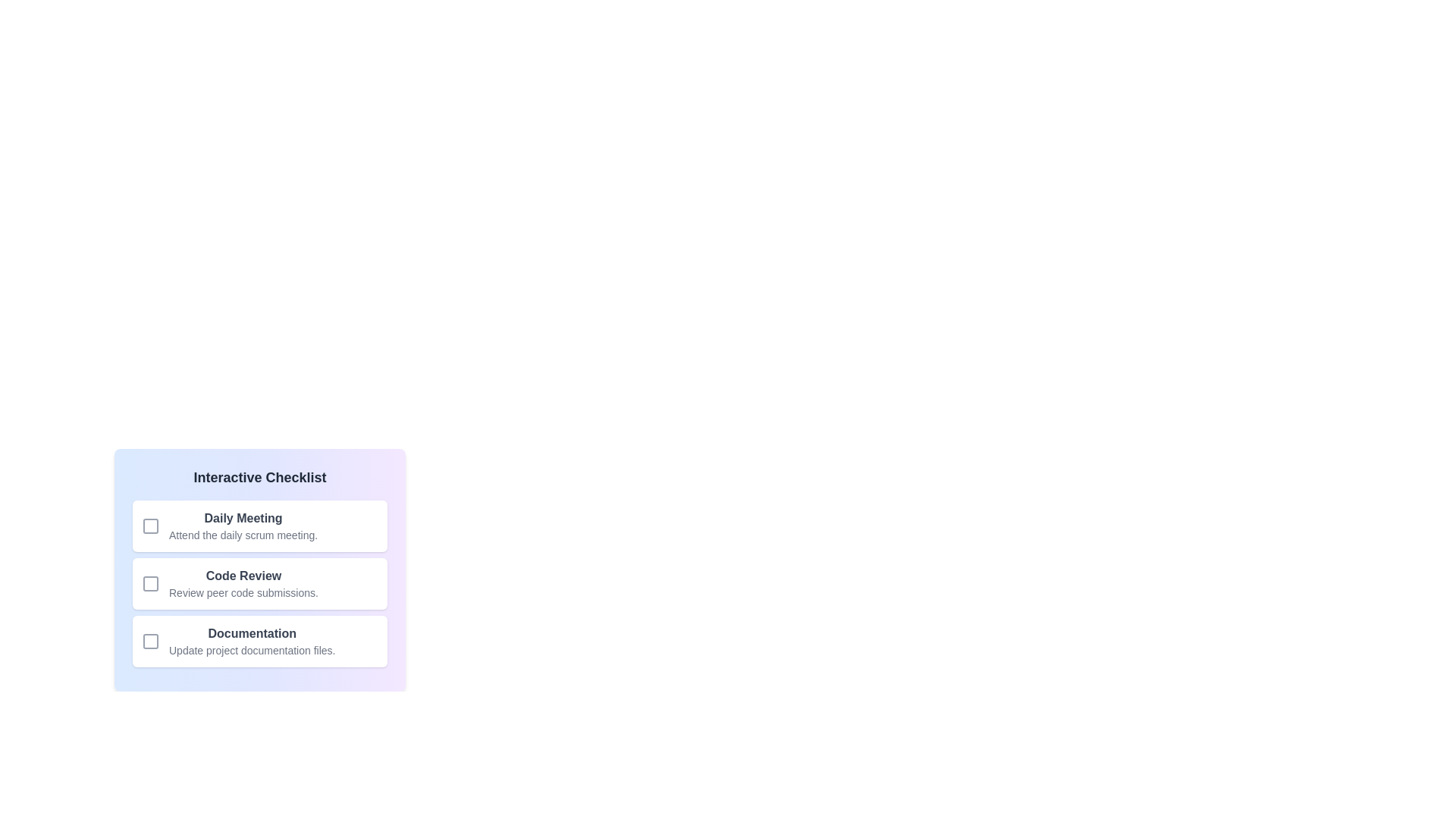  Describe the element at coordinates (150, 583) in the screenshot. I see `the second checkbox to mark or unmark the task 'Code Review' as complete or incomplete` at that location.